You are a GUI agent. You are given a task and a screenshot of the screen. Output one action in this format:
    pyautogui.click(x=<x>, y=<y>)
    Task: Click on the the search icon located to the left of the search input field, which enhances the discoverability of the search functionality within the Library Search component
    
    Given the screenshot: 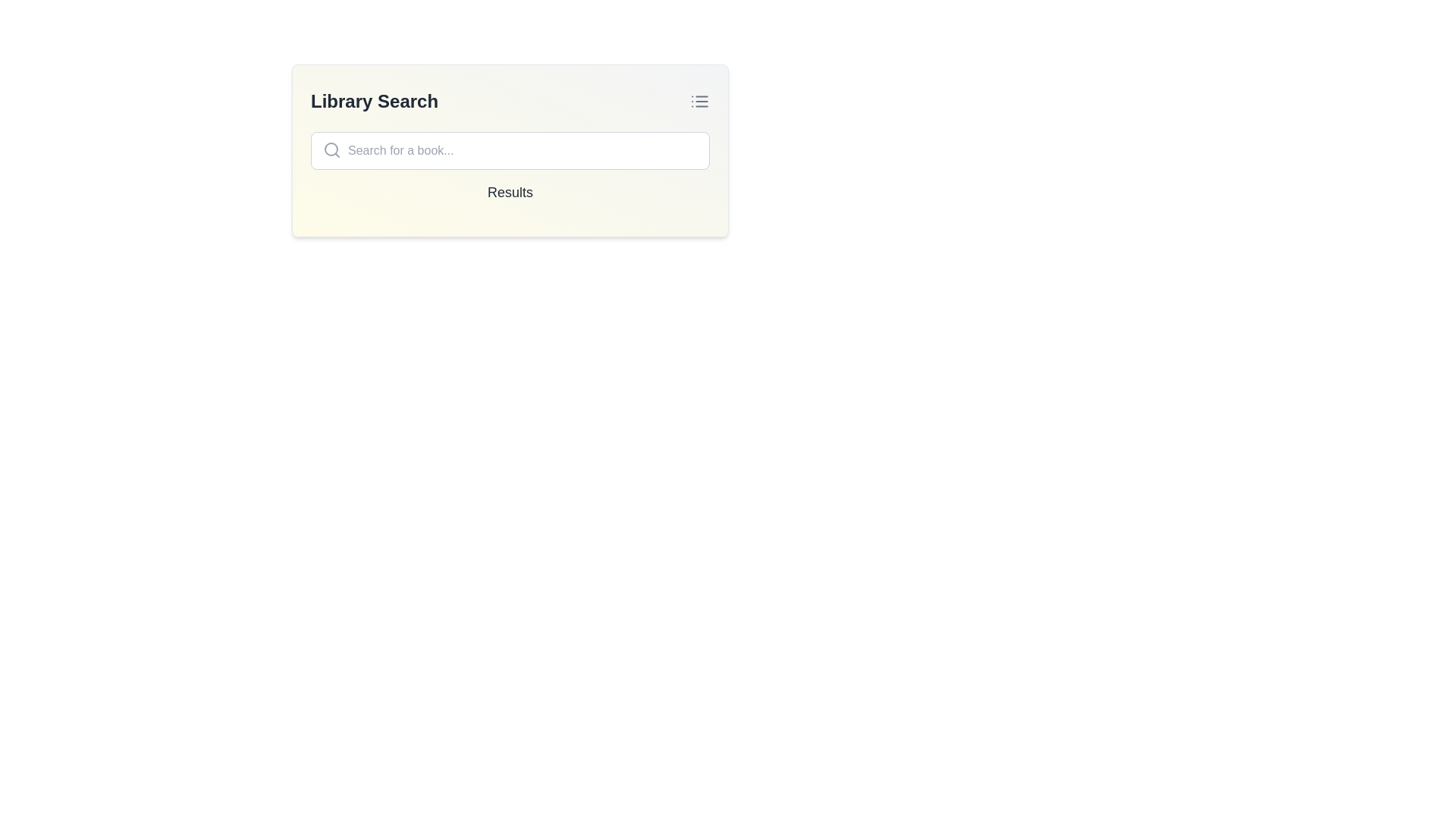 What is the action you would take?
    pyautogui.click(x=331, y=149)
    